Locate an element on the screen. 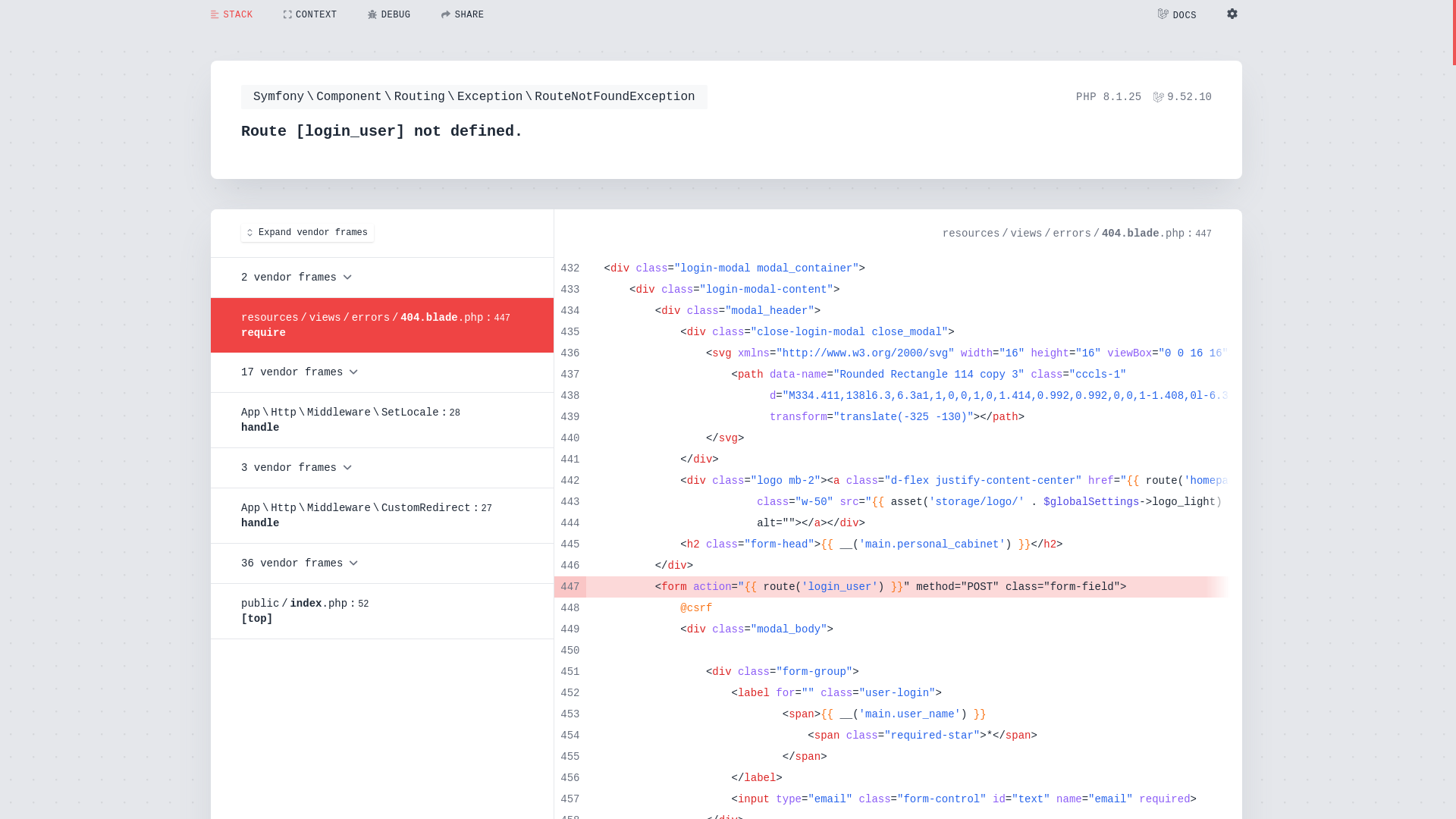  'STACK' is located at coordinates (231, 14).